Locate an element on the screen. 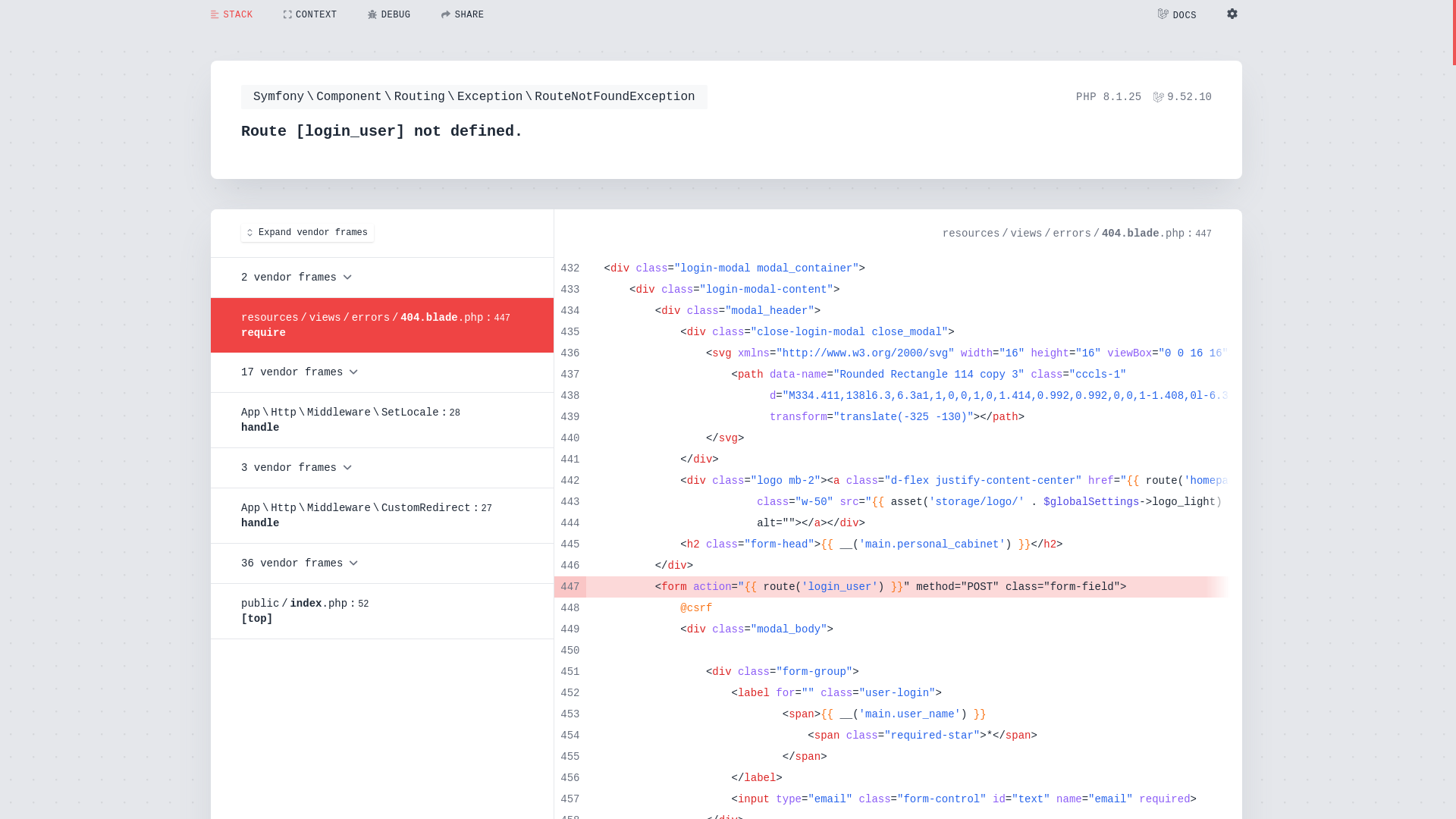  'STACK' is located at coordinates (231, 14).